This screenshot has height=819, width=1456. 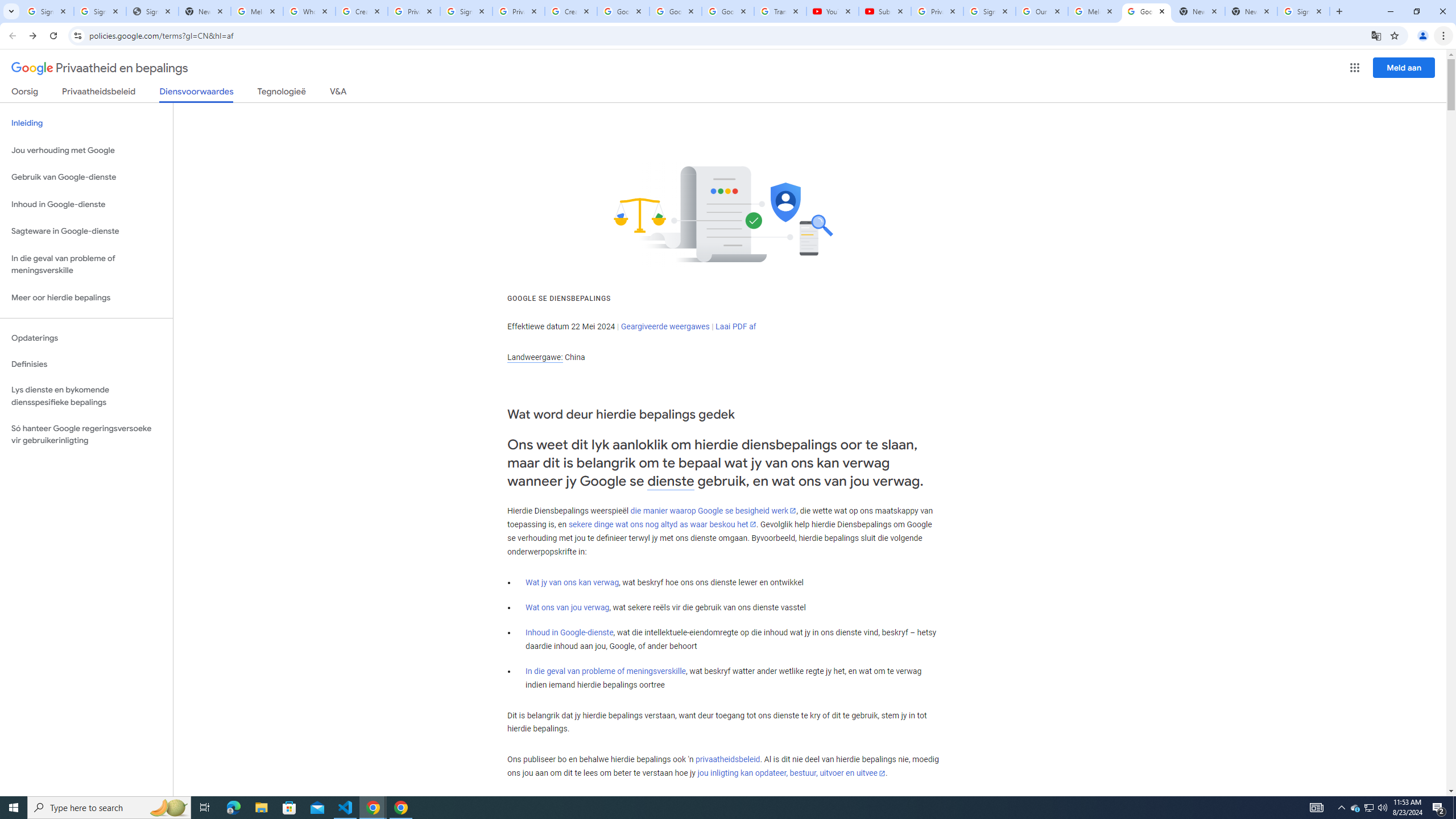 What do you see at coordinates (671, 481) in the screenshot?
I see `'dienste'` at bounding box center [671, 481].